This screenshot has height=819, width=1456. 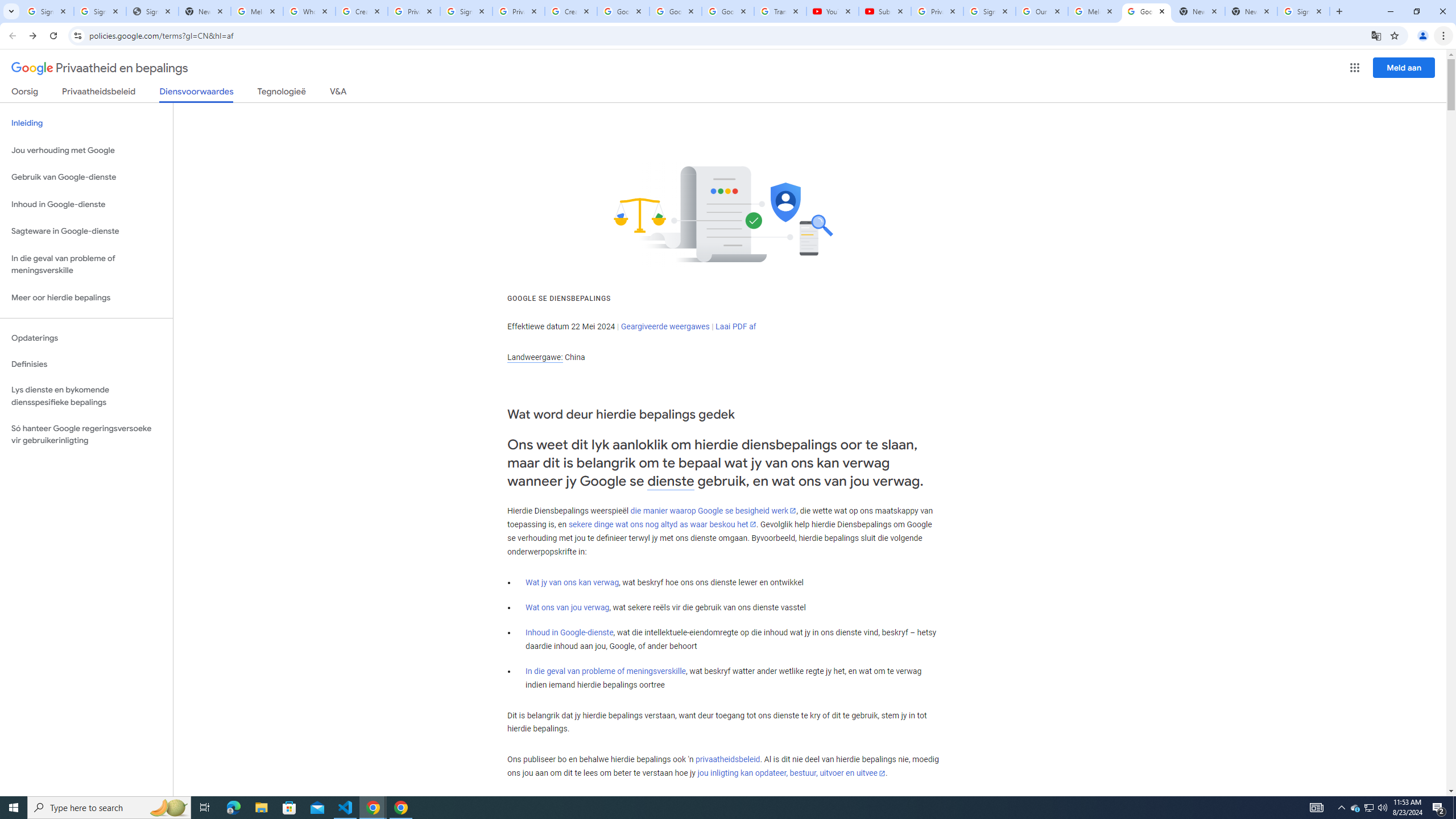 What do you see at coordinates (671, 481) in the screenshot?
I see `'dienste'` at bounding box center [671, 481].